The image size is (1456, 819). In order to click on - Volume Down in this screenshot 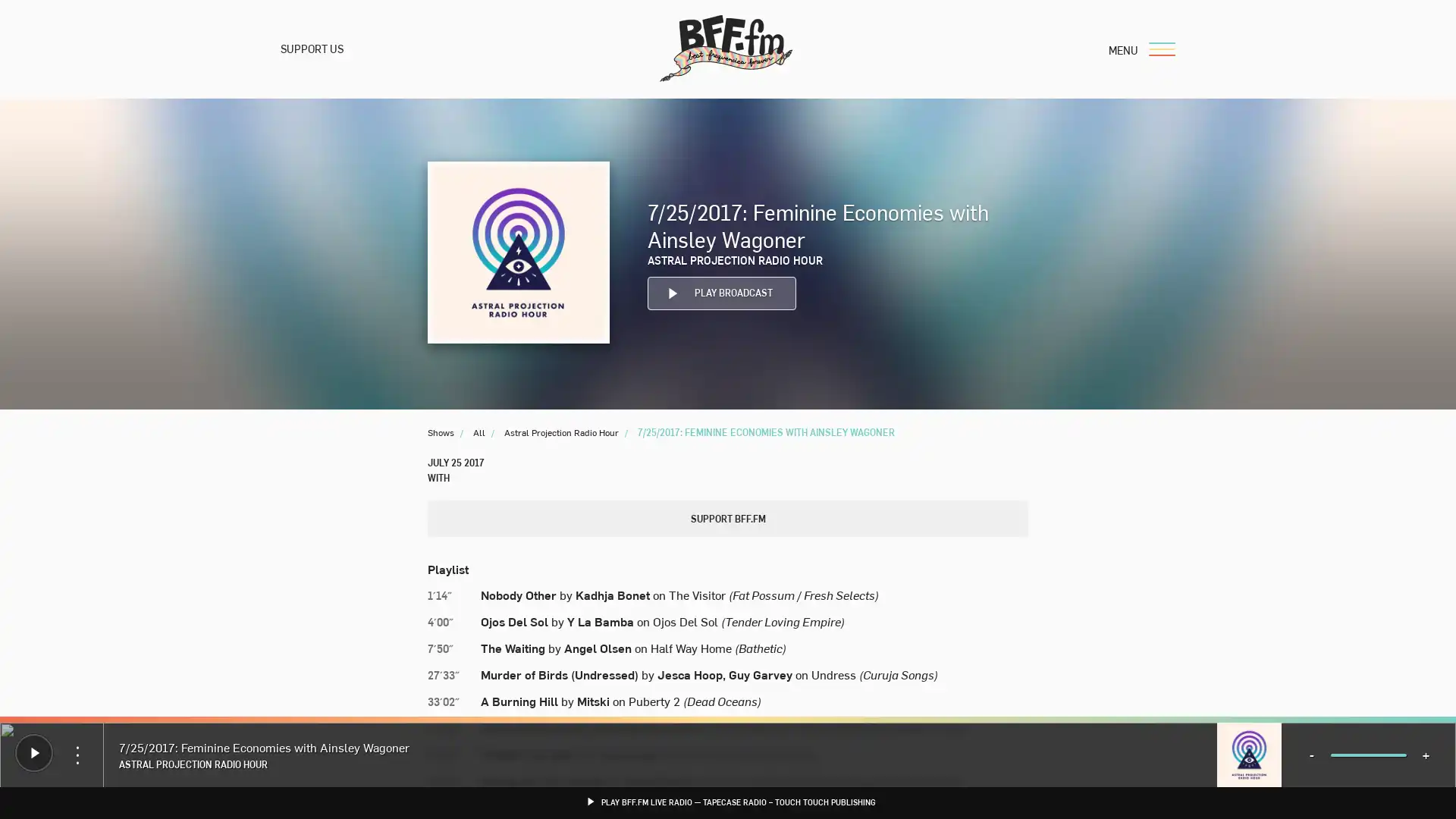, I will do `click(1310, 755)`.